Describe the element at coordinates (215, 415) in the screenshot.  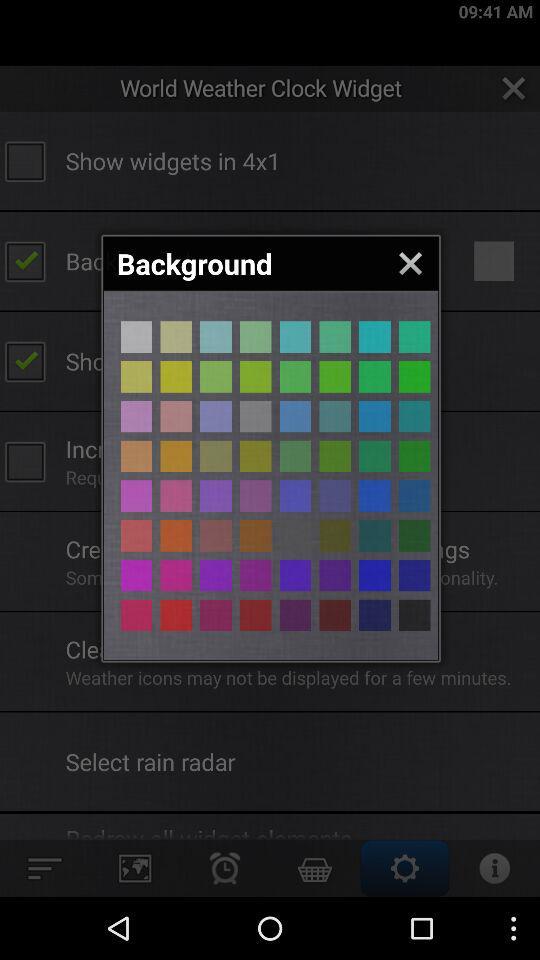
I see `background colour` at that location.